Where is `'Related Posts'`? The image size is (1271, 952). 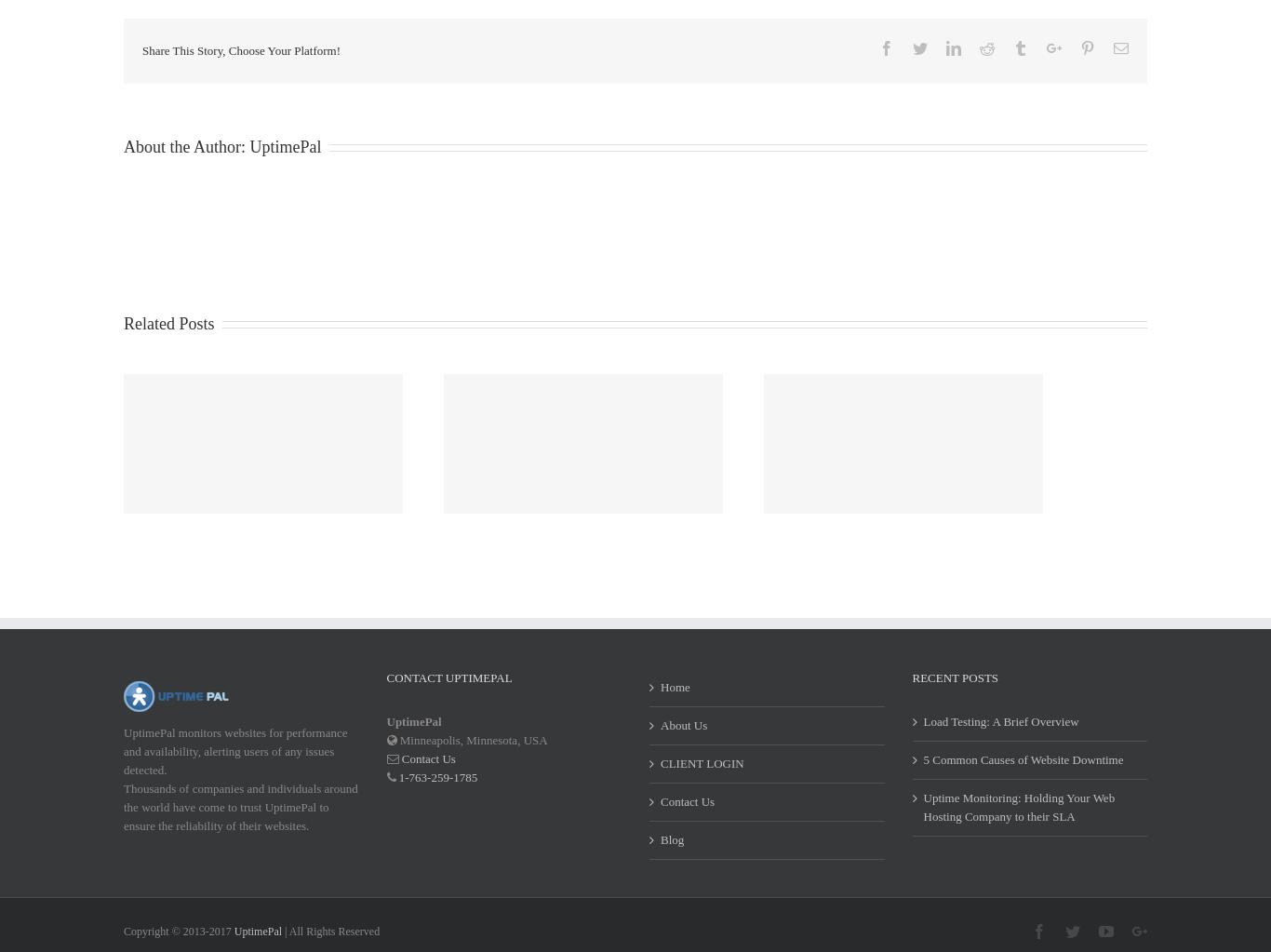 'Related Posts' is located at coordinates (167, 345).